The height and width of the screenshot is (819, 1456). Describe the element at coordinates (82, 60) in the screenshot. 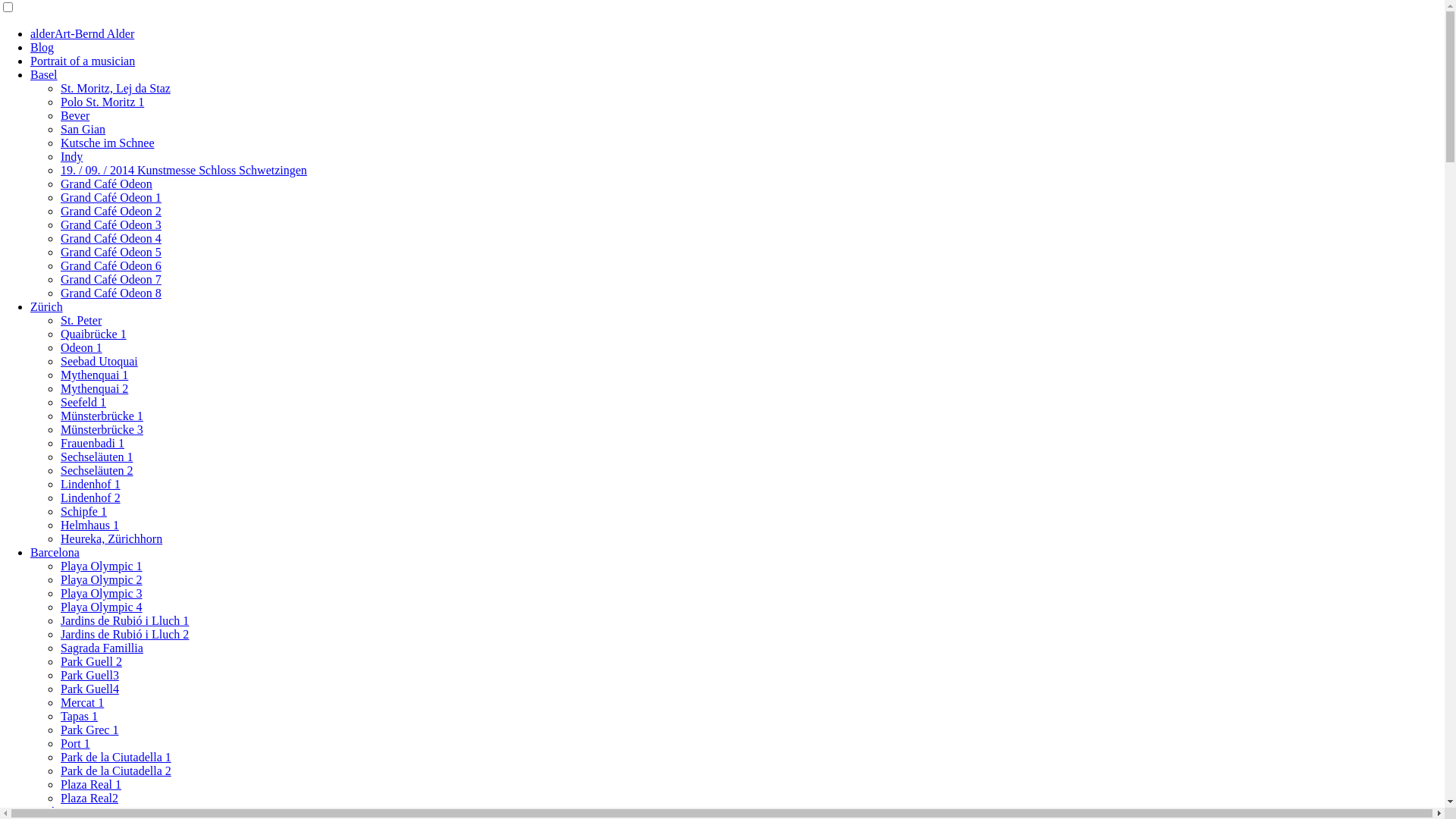

I see `'Portrait of a musician'` at that location.